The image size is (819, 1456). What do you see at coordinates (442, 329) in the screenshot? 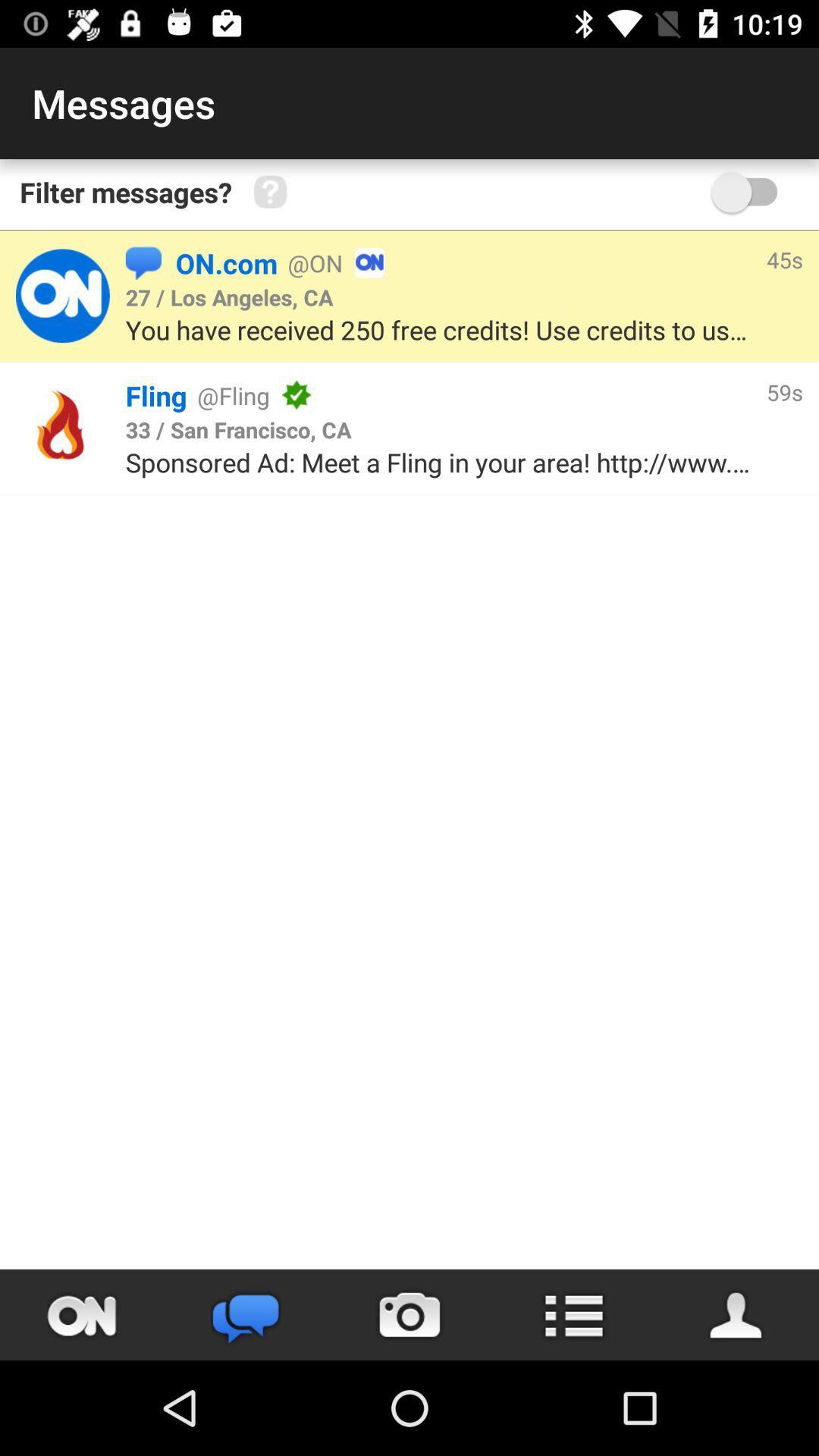
I see `the you have received item` at bounding box center [442, 329].